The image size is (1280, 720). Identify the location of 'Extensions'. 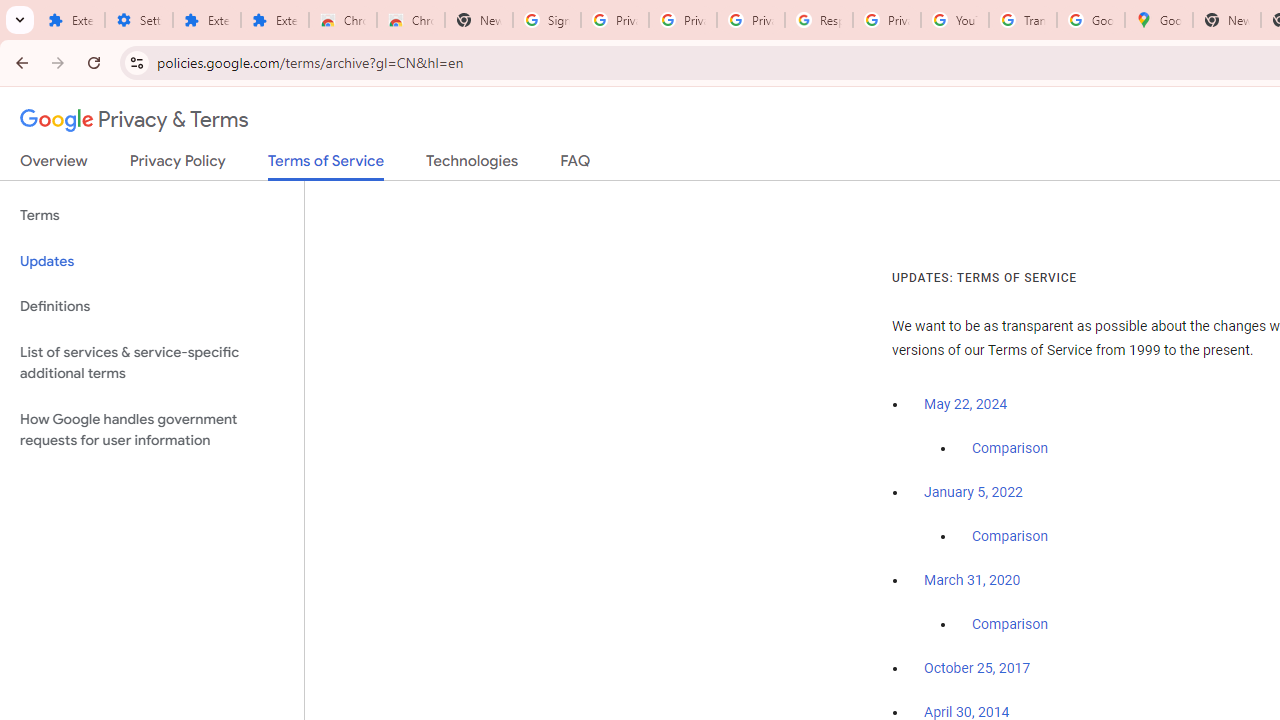
(273, 20).